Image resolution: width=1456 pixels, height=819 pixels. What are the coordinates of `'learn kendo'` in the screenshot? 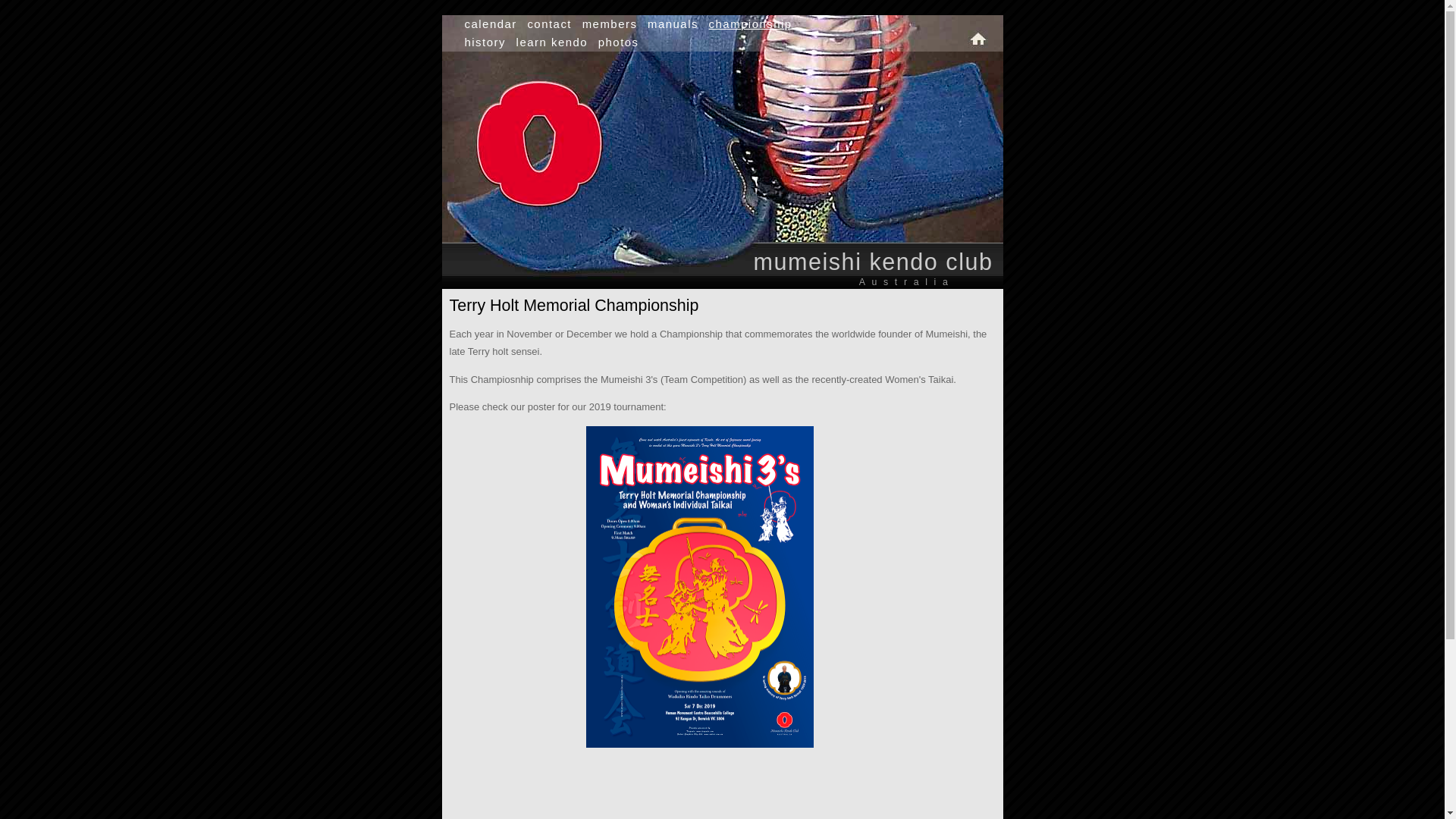 It's located at (516, 41).